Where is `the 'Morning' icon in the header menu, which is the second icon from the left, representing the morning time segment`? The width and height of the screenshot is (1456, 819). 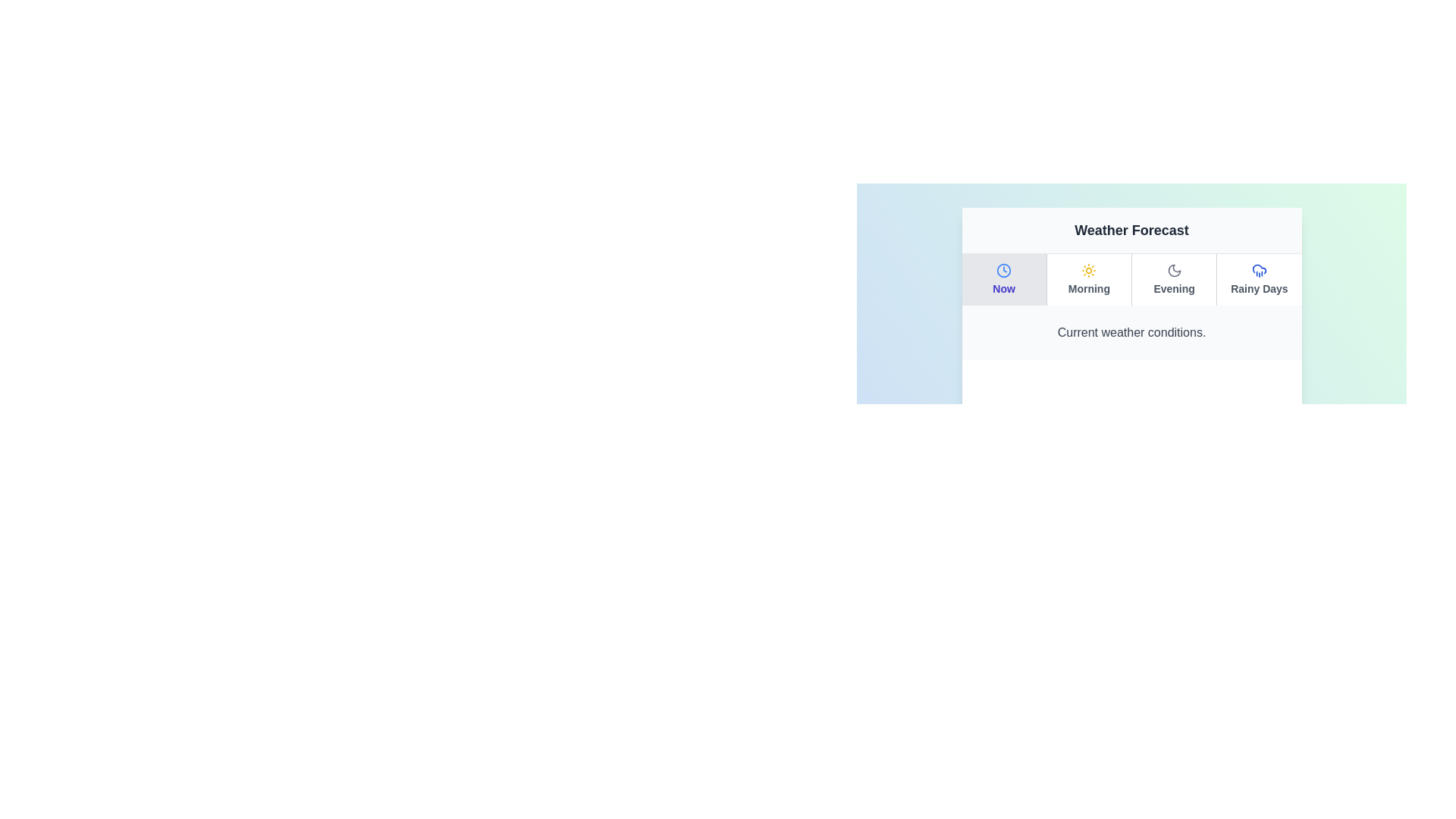 the 'Morning' icon in the header menu, which is the second icon from the left, representing the morning time segment is located at coordinates (1088, 270).